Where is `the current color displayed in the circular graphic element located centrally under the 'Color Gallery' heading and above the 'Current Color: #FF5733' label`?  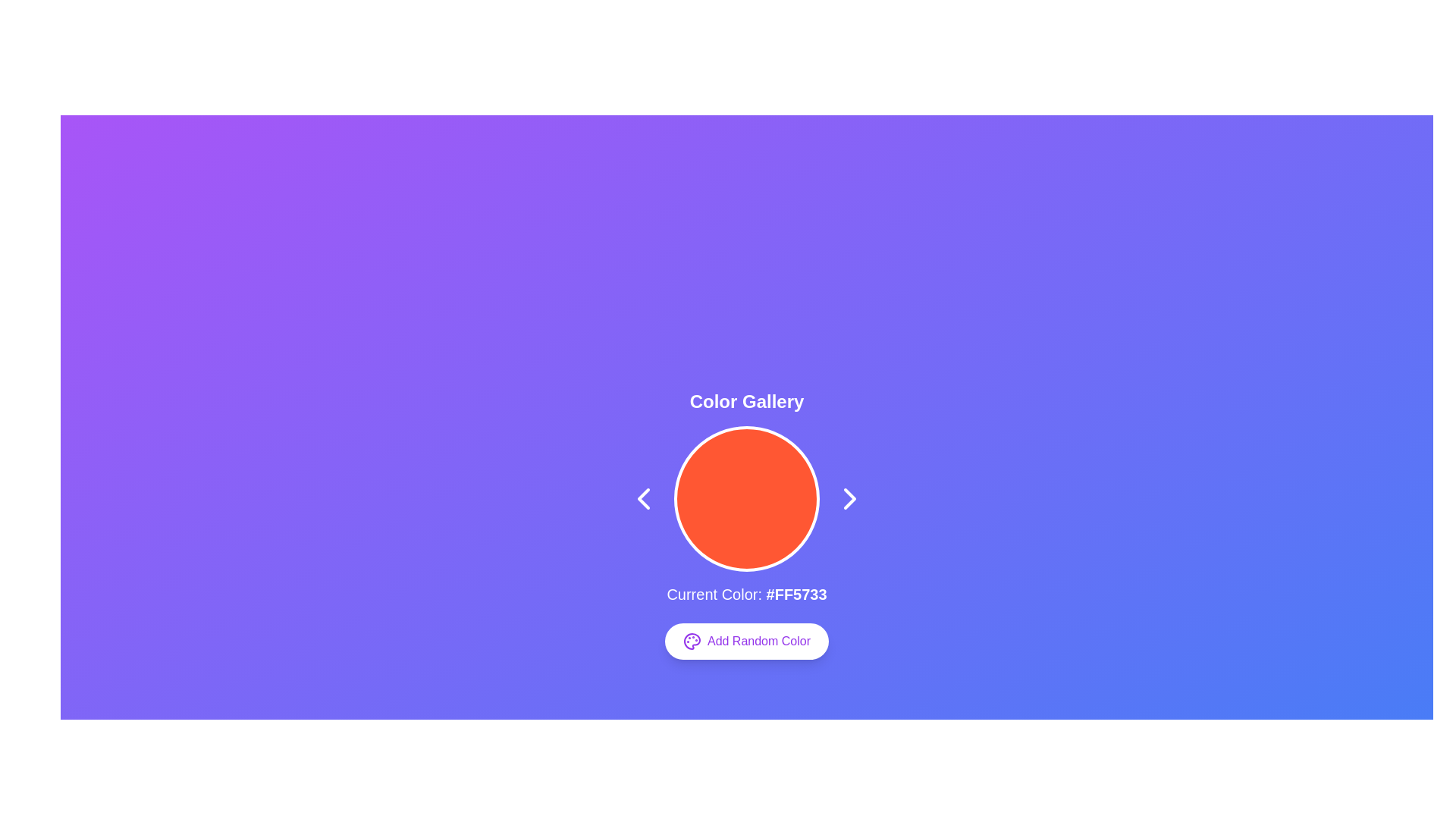
the current color displayed in the circular graphic element located centrally under the 'Color Gallery' heading and above the 'Current Color: #FF5733' label is located at coordinates (746, 499).